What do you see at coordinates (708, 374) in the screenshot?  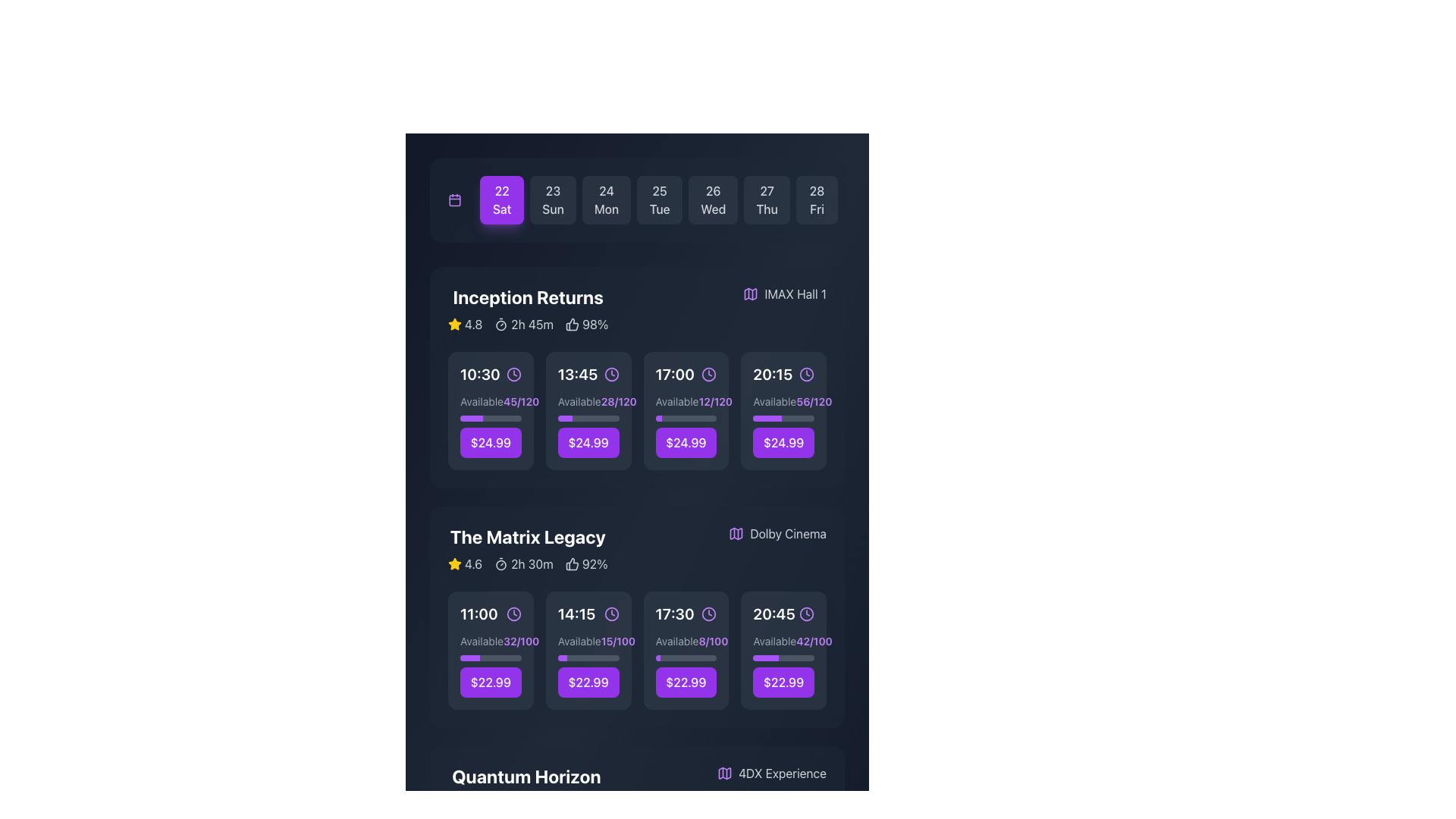 I see `the circular SVG graphic with a thin purple outline located next to the '17:00' text in the interactive schedule for the 'Inception Returns' section` at bounding box center [708, 374].